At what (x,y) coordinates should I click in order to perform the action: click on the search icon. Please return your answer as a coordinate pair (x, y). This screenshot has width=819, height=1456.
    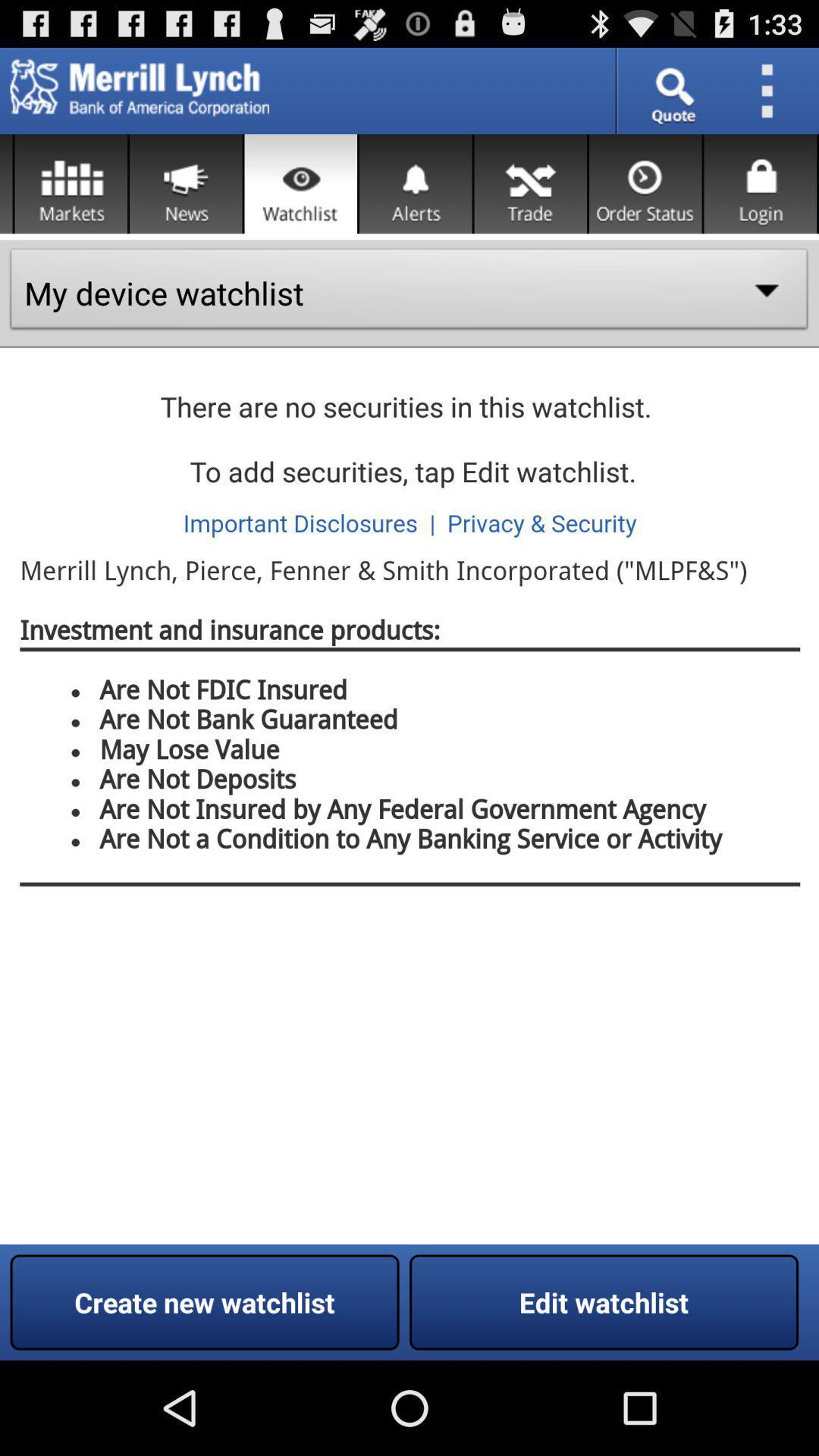
    Looking at the image, I should click on (670, 96).